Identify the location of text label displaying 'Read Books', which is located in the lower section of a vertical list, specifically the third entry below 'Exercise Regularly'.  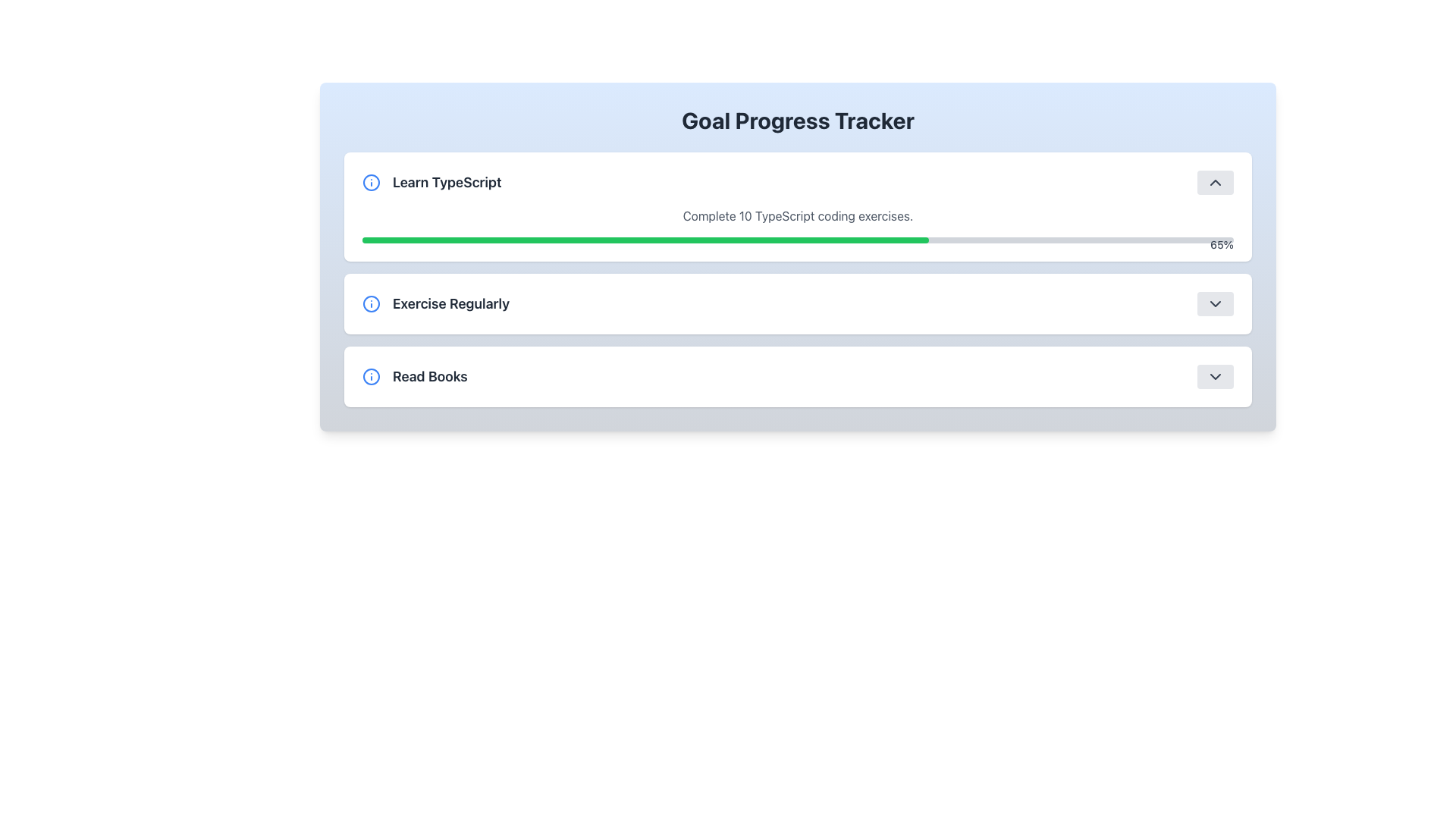
(428, 376).